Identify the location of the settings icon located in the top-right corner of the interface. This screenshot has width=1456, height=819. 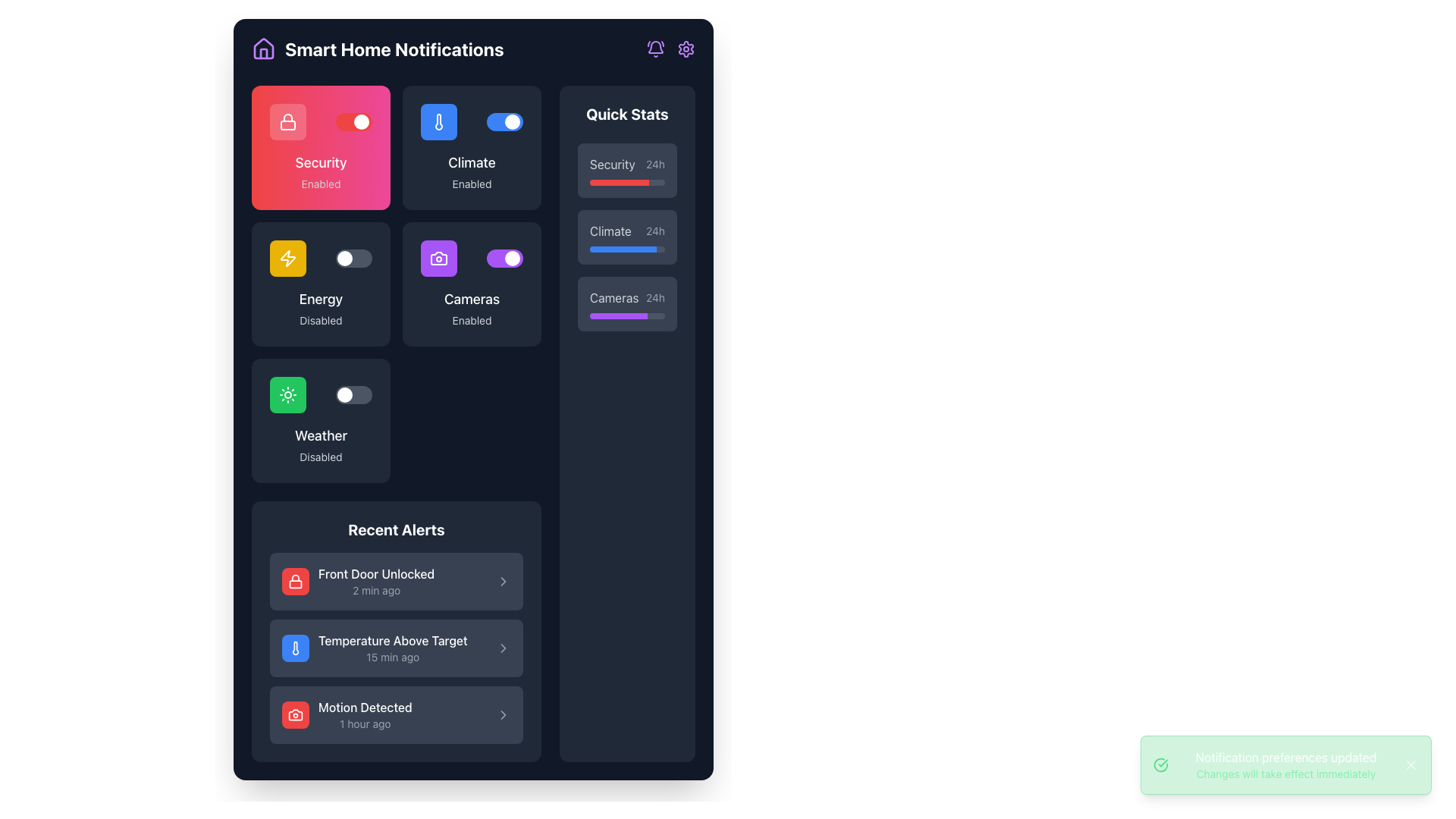
(686, 49).